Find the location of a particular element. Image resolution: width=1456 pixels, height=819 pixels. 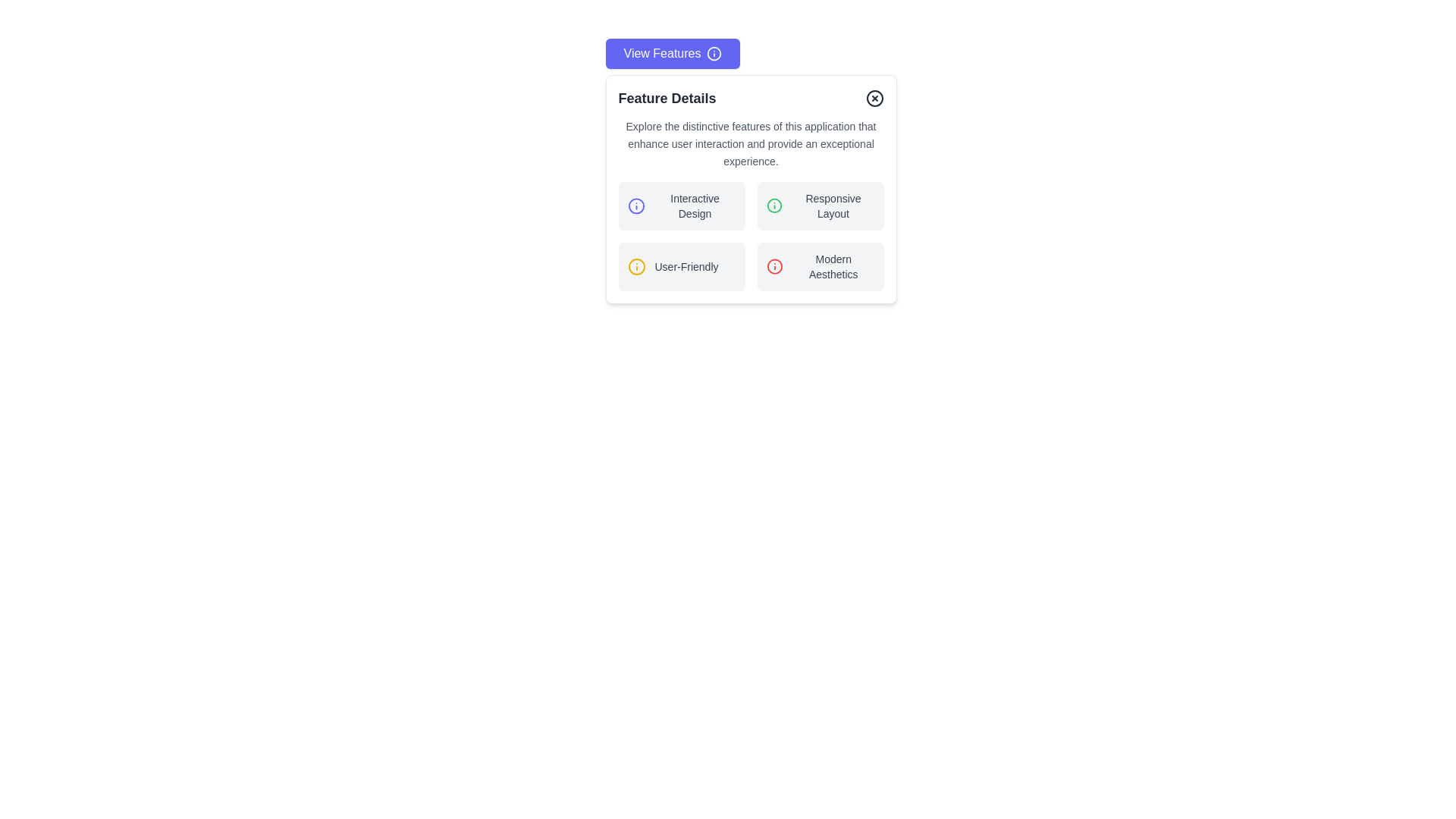

the button or clickable panel located in the upper right quadrant of the grid layout, specifically the second item to the right of 'Interactive Design' and above 'Modern Aesthetics.' is located at coordinates (819, 206).